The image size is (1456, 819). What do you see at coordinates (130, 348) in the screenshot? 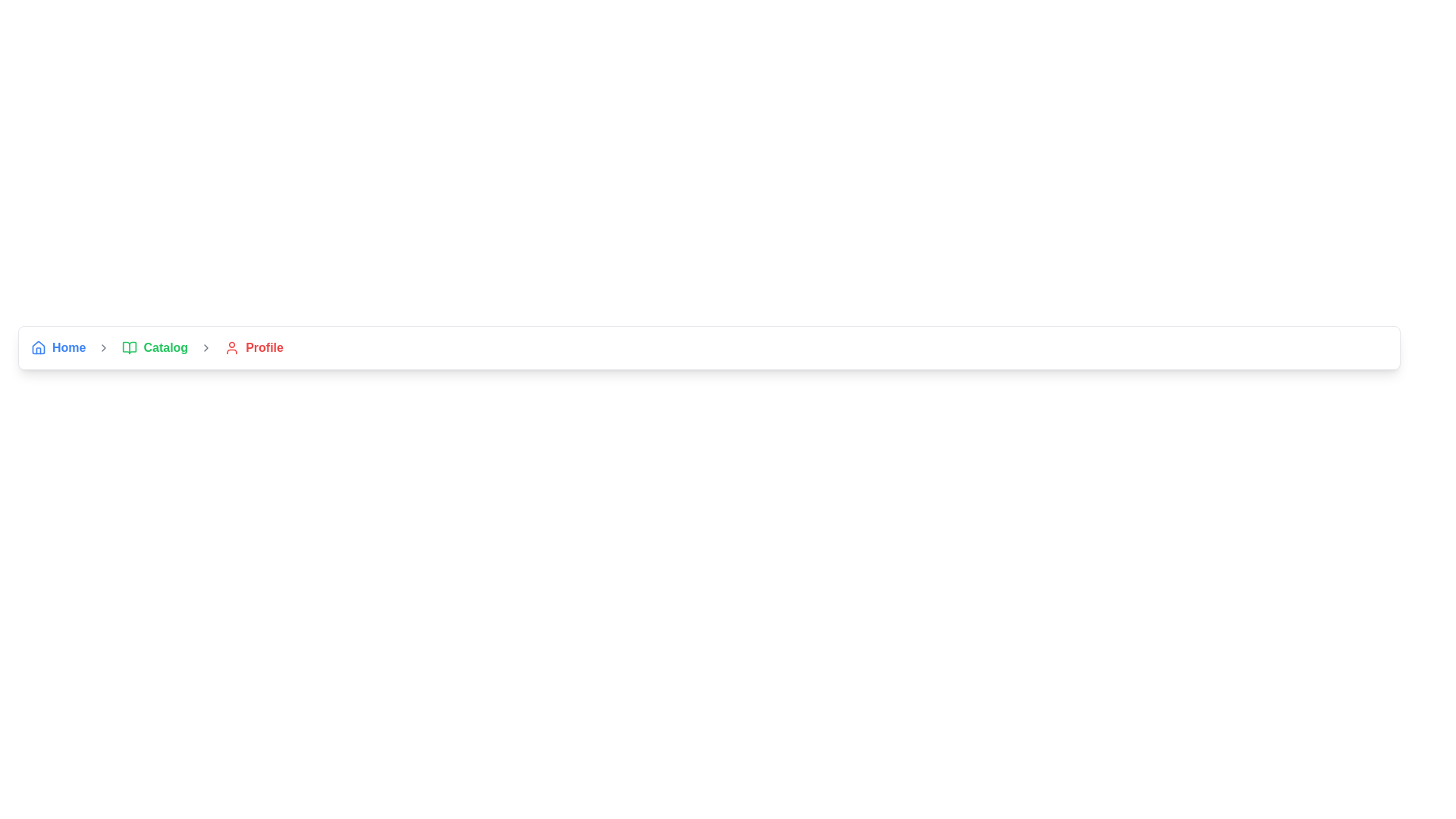
I see `the visual design of the green open book icon located in the breadcrumb navigation bar next to the 'Catalog' text` at bounding box center [130, 348].